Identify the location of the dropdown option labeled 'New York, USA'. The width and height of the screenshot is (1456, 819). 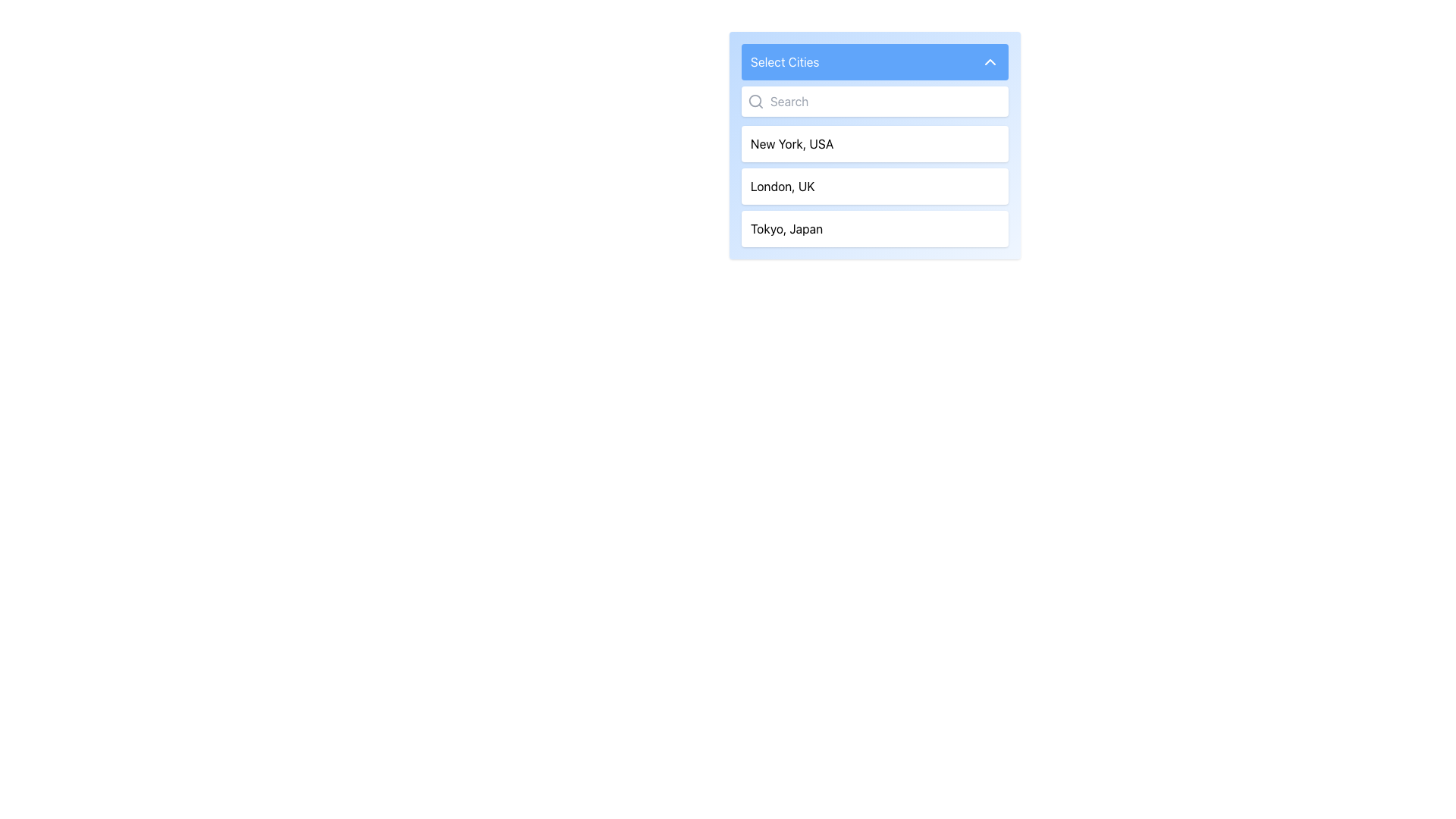
(874, 146).